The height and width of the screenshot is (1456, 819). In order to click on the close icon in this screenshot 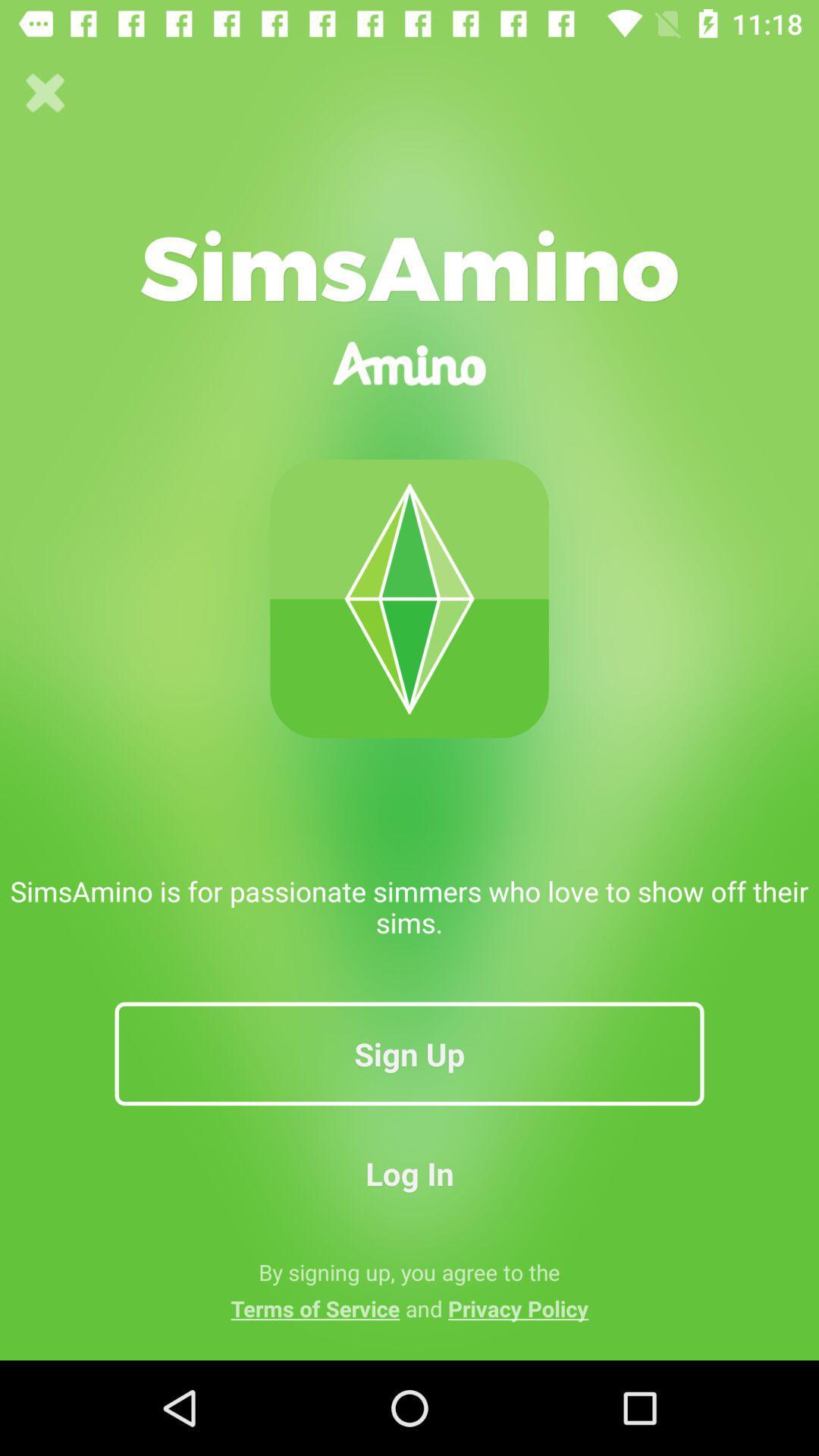, I will do `click(45, 93)`.